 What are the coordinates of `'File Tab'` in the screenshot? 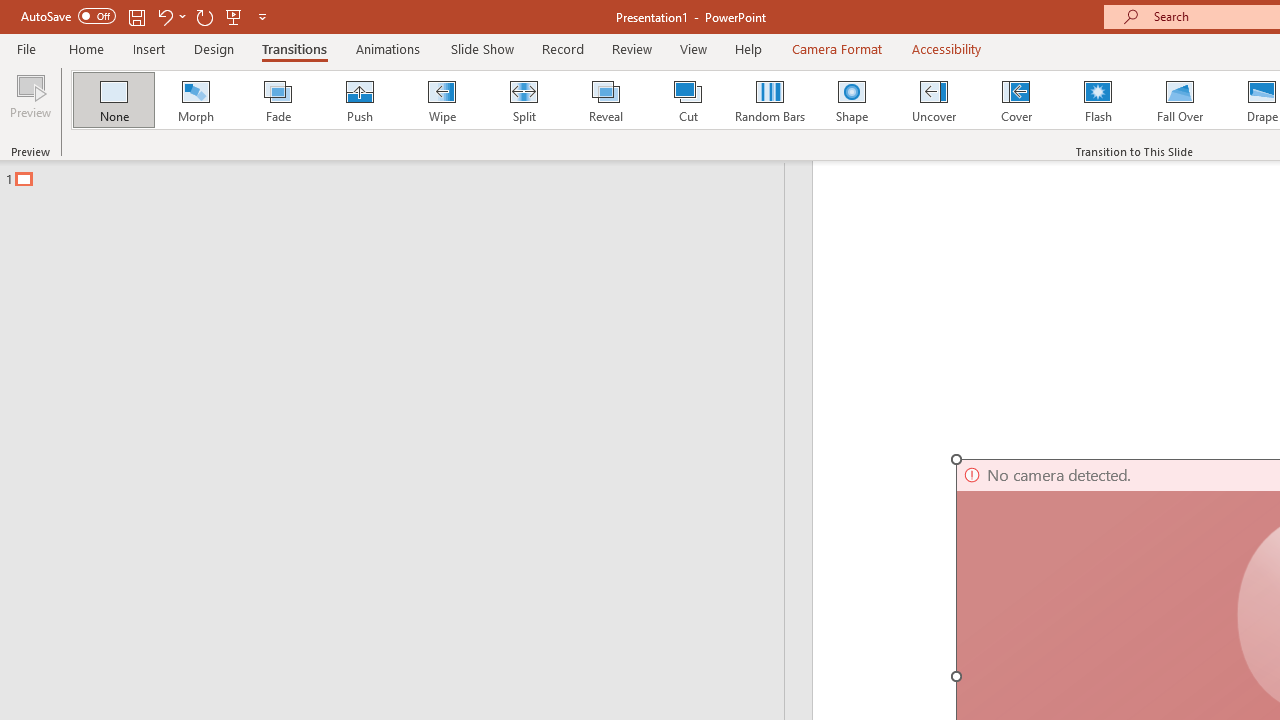 It's located at (26, 47).